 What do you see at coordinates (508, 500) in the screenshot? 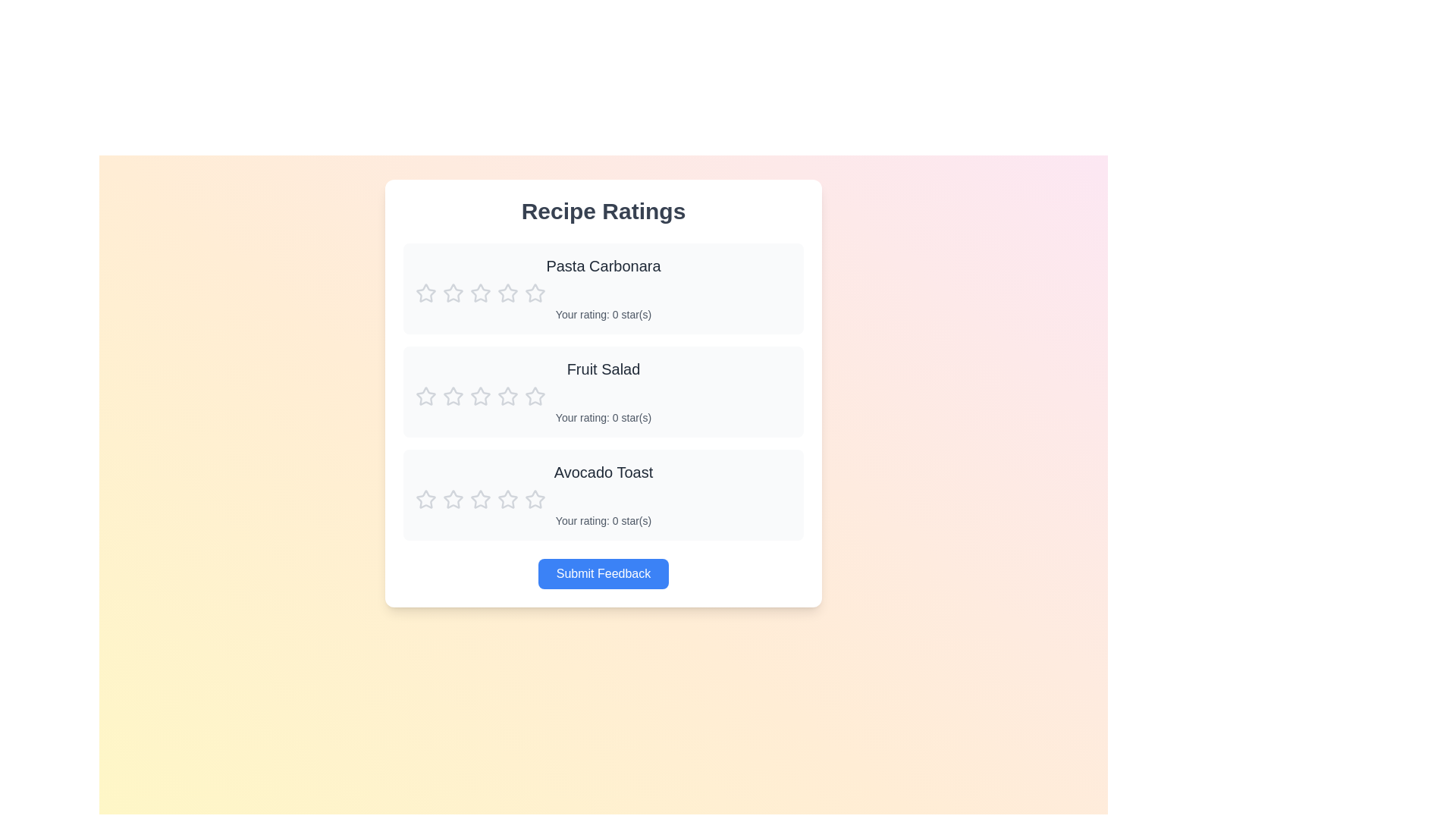
I see `the sixth star-shaped icon with a hollow center, styled with a gray outline, located under the heading 'Avocado Toast'` at bounding box center [508, 500].